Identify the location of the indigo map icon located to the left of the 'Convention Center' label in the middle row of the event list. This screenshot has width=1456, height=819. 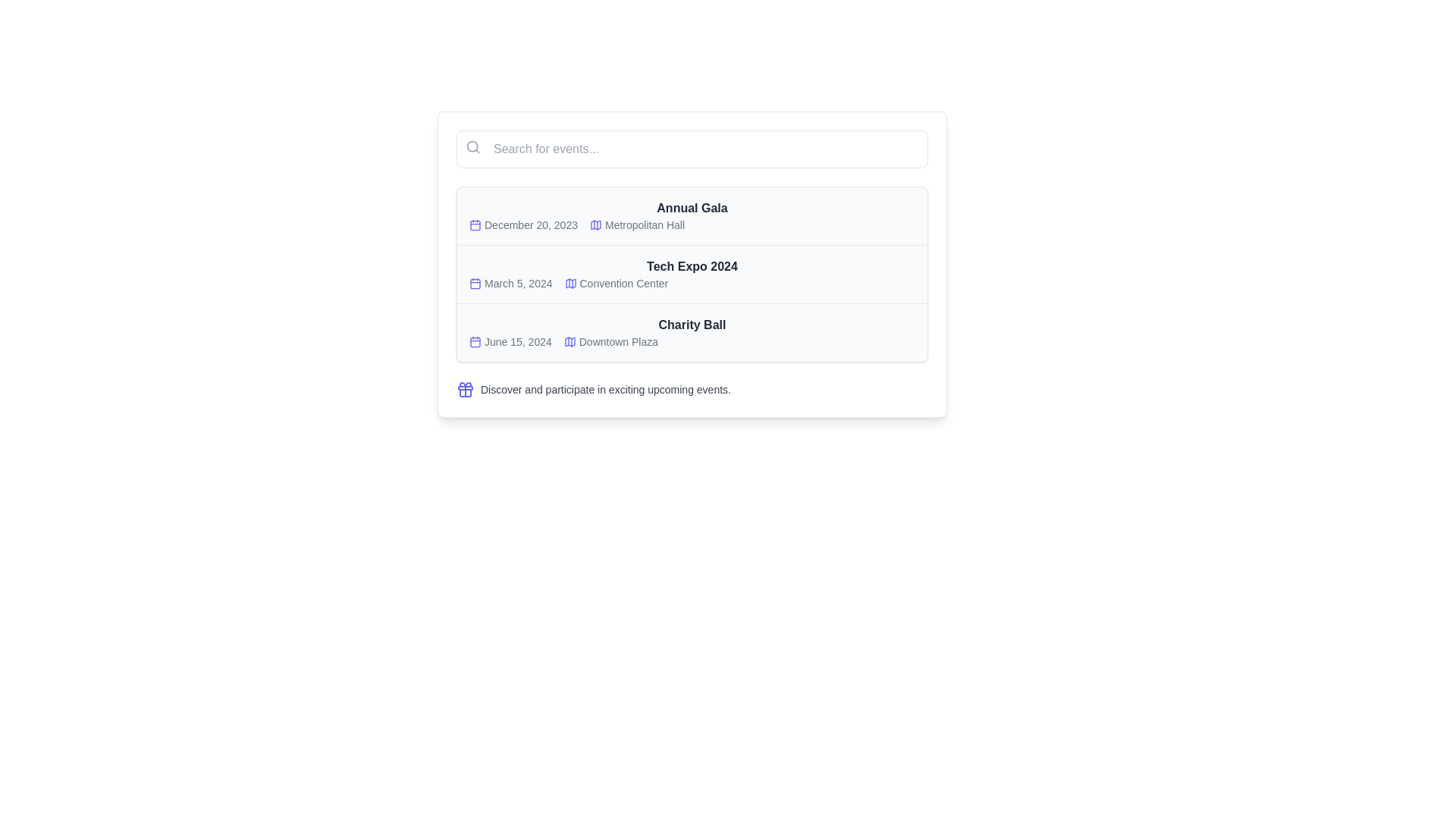
(570, 284).